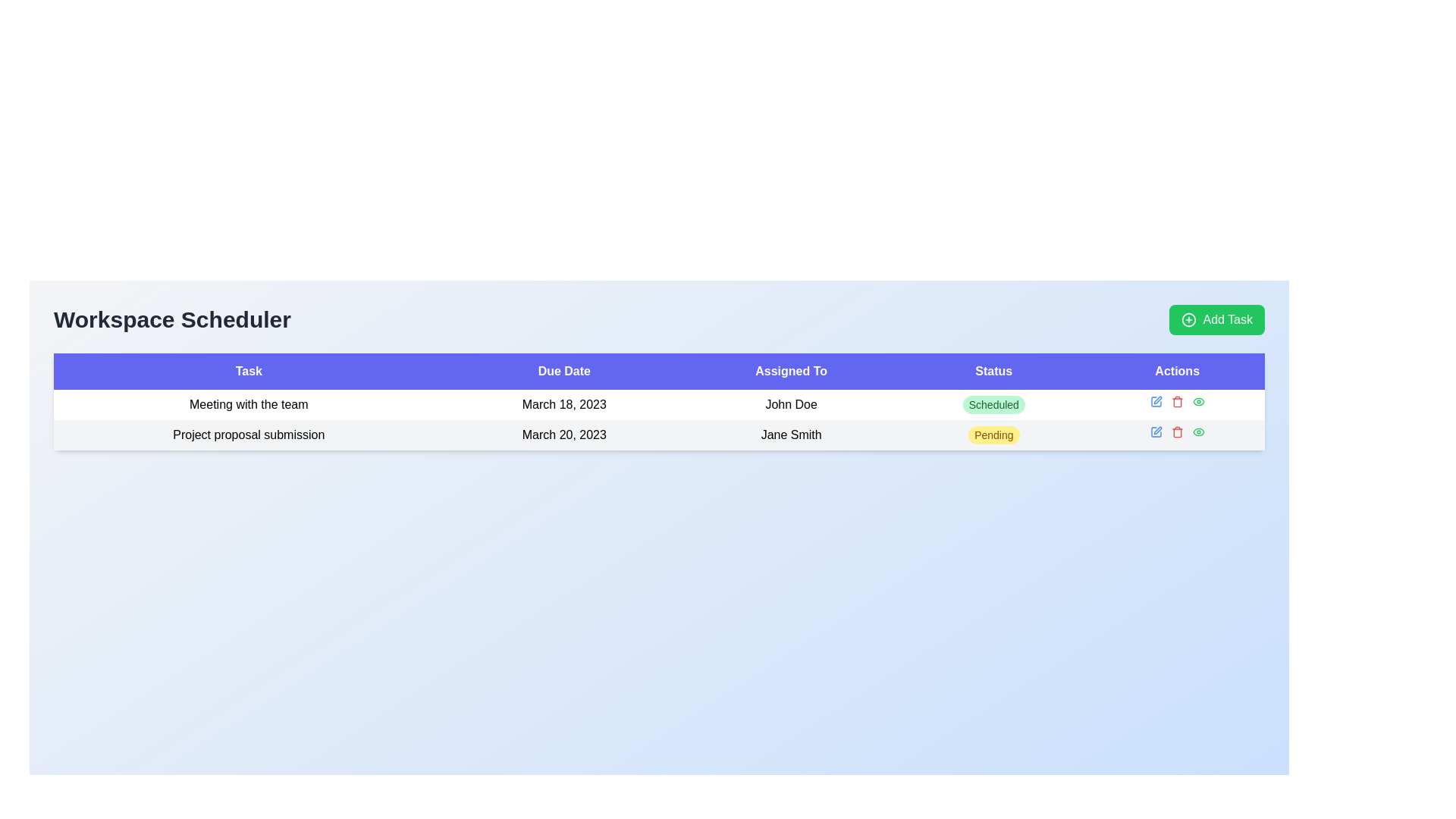  Describe the element at coordinates (563, 371) in the screenshot. I see `the 'Due Date' label, which is styled with a bold white font on a solid blue background, located in the header row of the table between the 'Task' and 'Assigned To' columns` at that location.